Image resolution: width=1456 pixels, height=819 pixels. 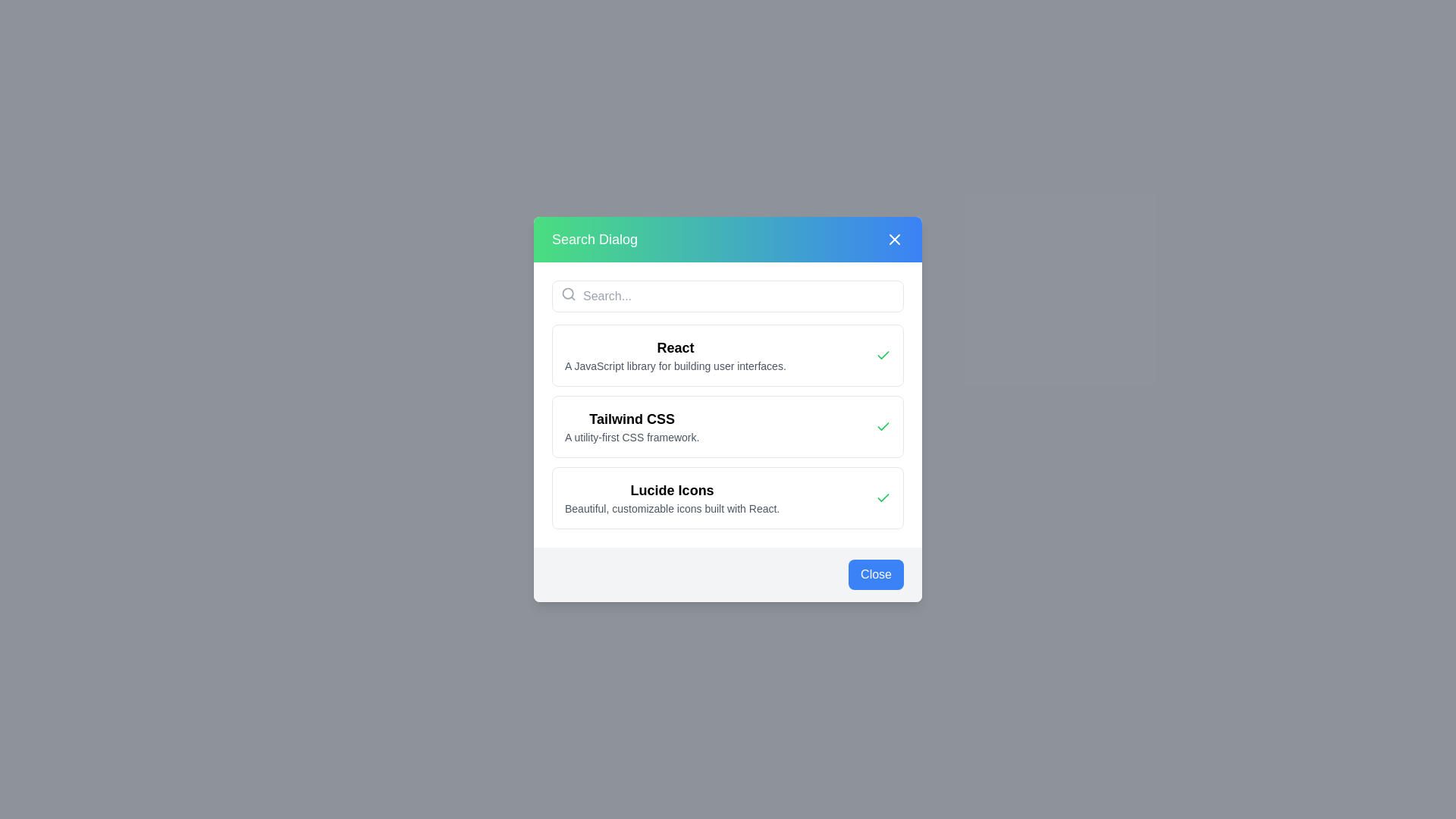 What do you see at coordinates (632, 419) in the screenshot?
I see `text label that serves as a title for the entry 'Tailwind CSS', which is centrally aligned in the second row of the vertical list within the dialog box` at bounding box center [632, 419].